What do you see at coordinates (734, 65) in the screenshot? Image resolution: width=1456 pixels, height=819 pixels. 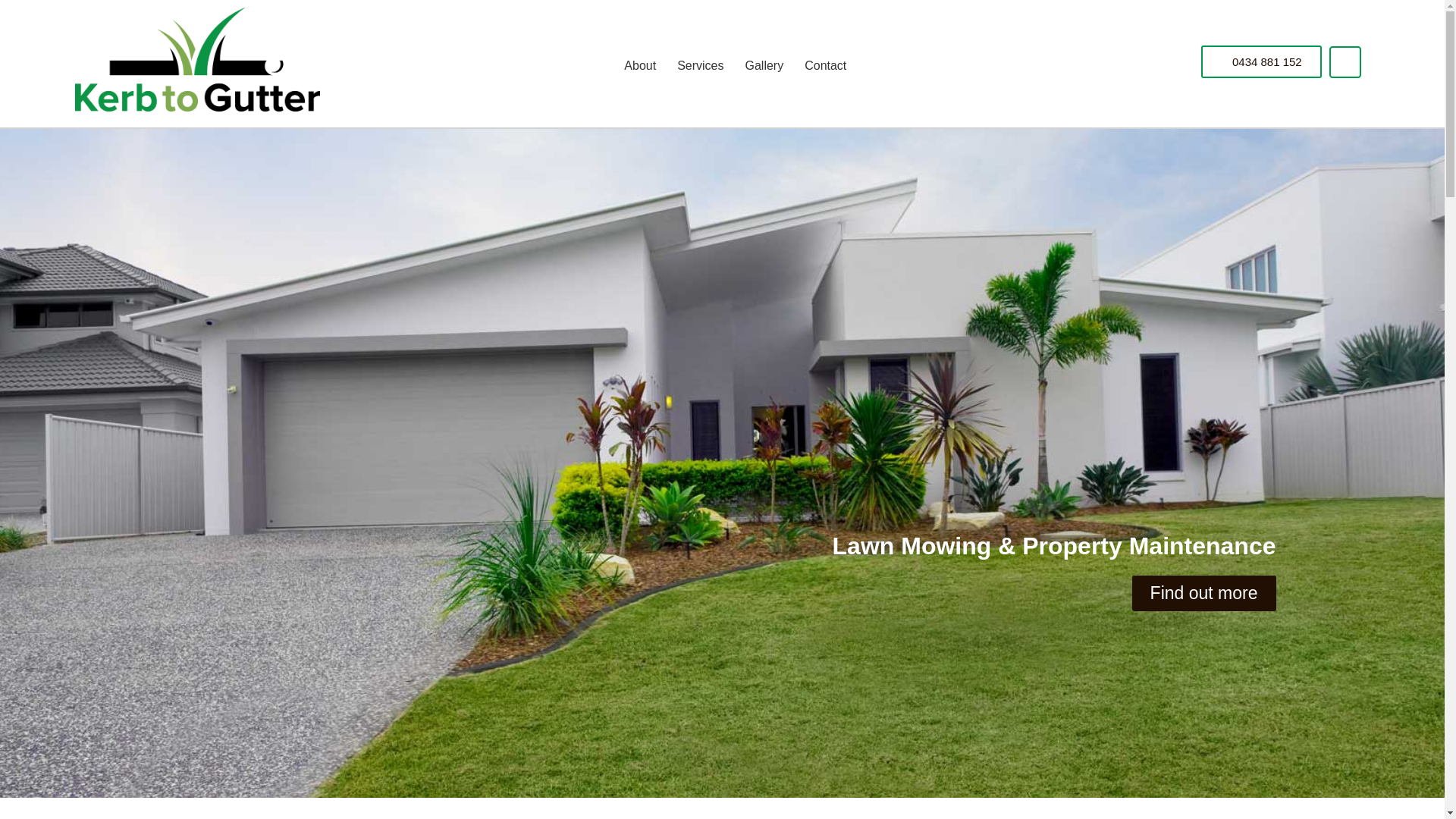 I see `'Gallery'` at bounding box center [734, 65].